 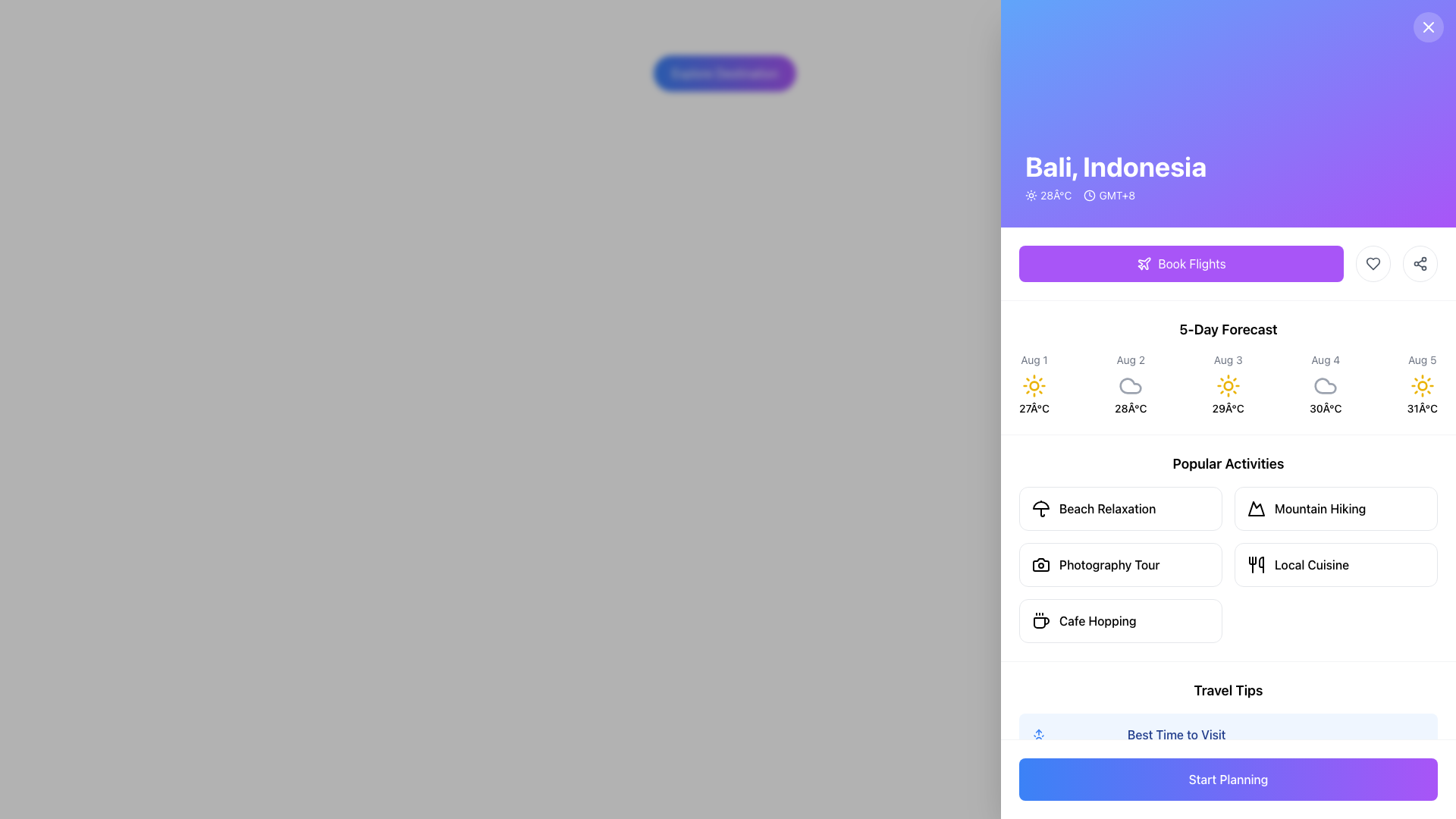 What do you see at coordinates (1116, 195) in the screenshot?
I see `the static display text showing the current temperature and time zone information located directly below the title 'Bali, Indonesia'` at bounding box center [1116, 195].